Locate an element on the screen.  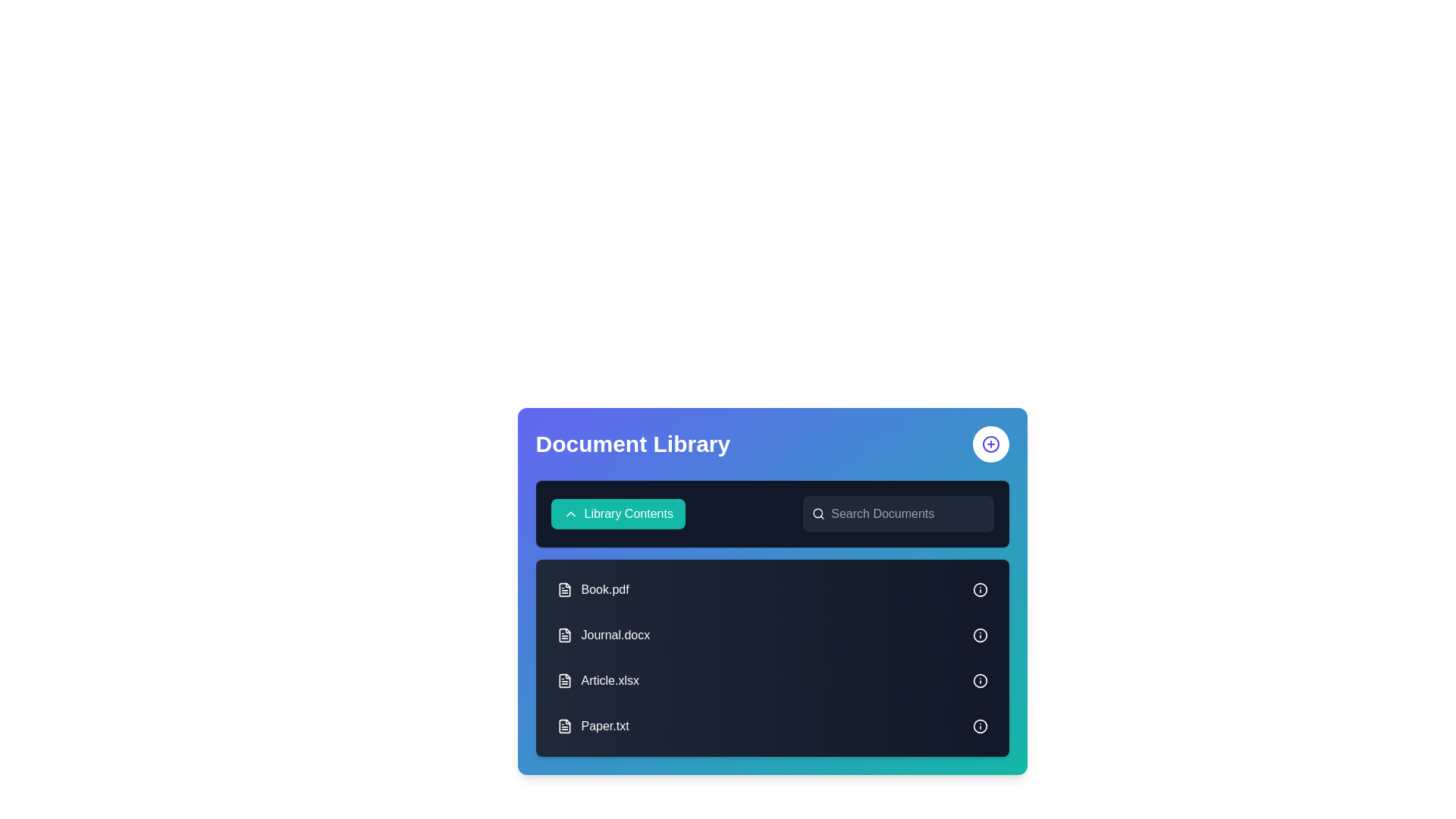
the circular information icon with an 'i' symbol that is displayed next to the document label 'Journal.docx' in the Document Library is located at coordinates (980, 635).